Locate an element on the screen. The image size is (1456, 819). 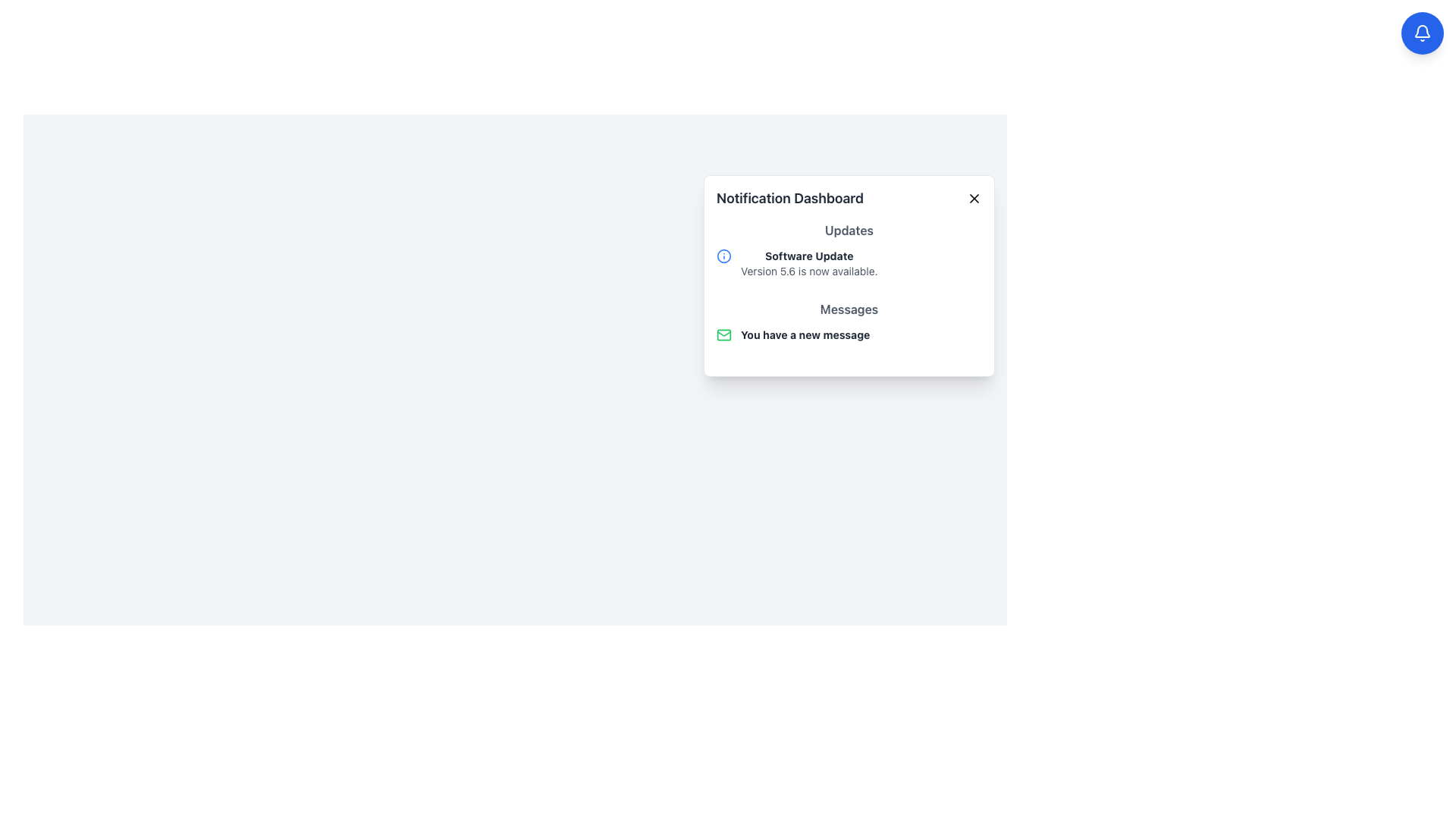
the content of the 'Messages' section, which displays a header 'Messages' and a subtext 'You have a new message' with an envelope icon is located at coordinates (848, 325).